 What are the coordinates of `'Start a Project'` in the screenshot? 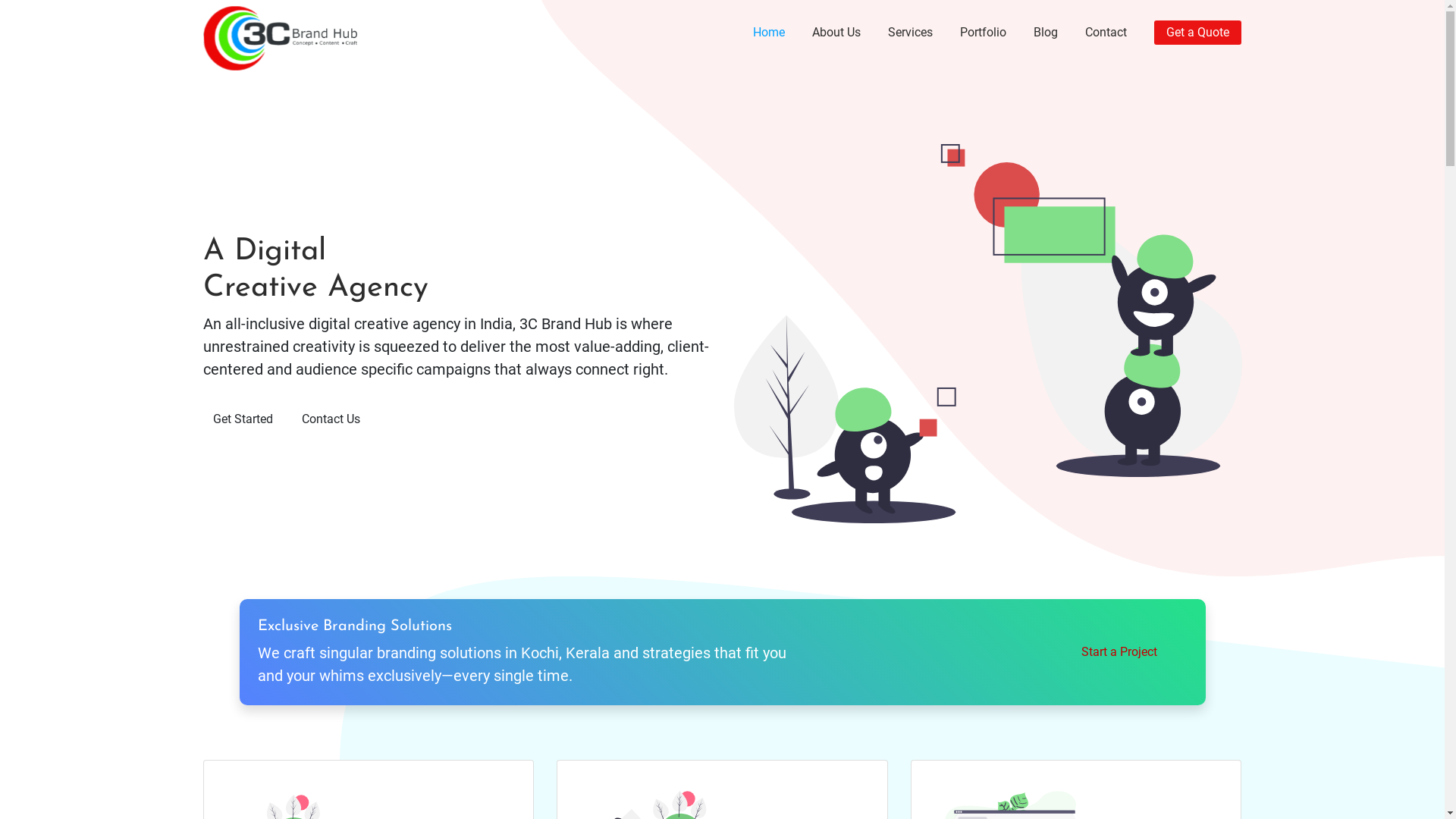 It's located at (1119, 651).